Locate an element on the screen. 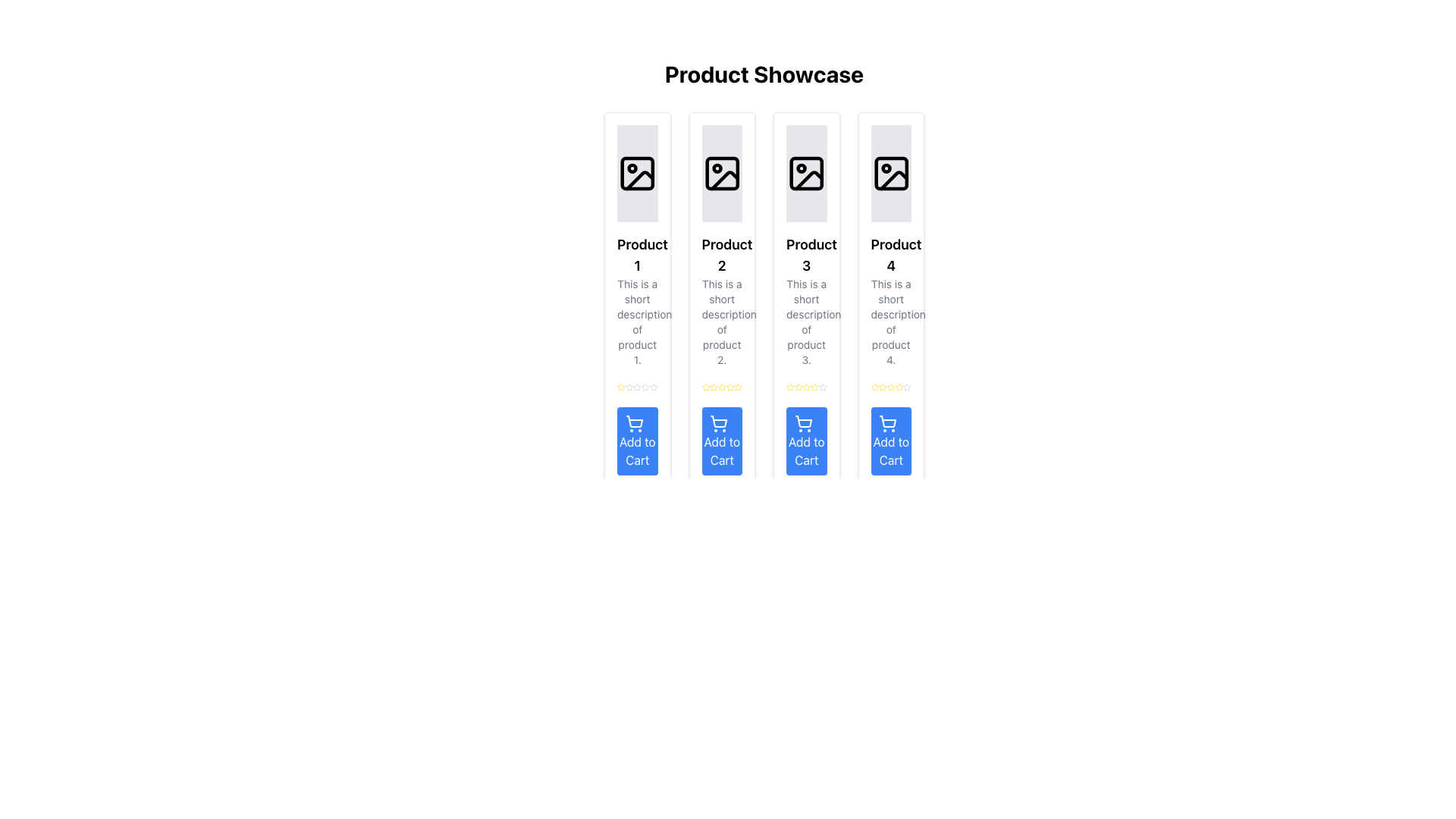 The width and height of the screenshot is (1456, 819). the graphic element within the second product card, which visually enhances the icon but is non-interactive is located at coordinates (721, 172).